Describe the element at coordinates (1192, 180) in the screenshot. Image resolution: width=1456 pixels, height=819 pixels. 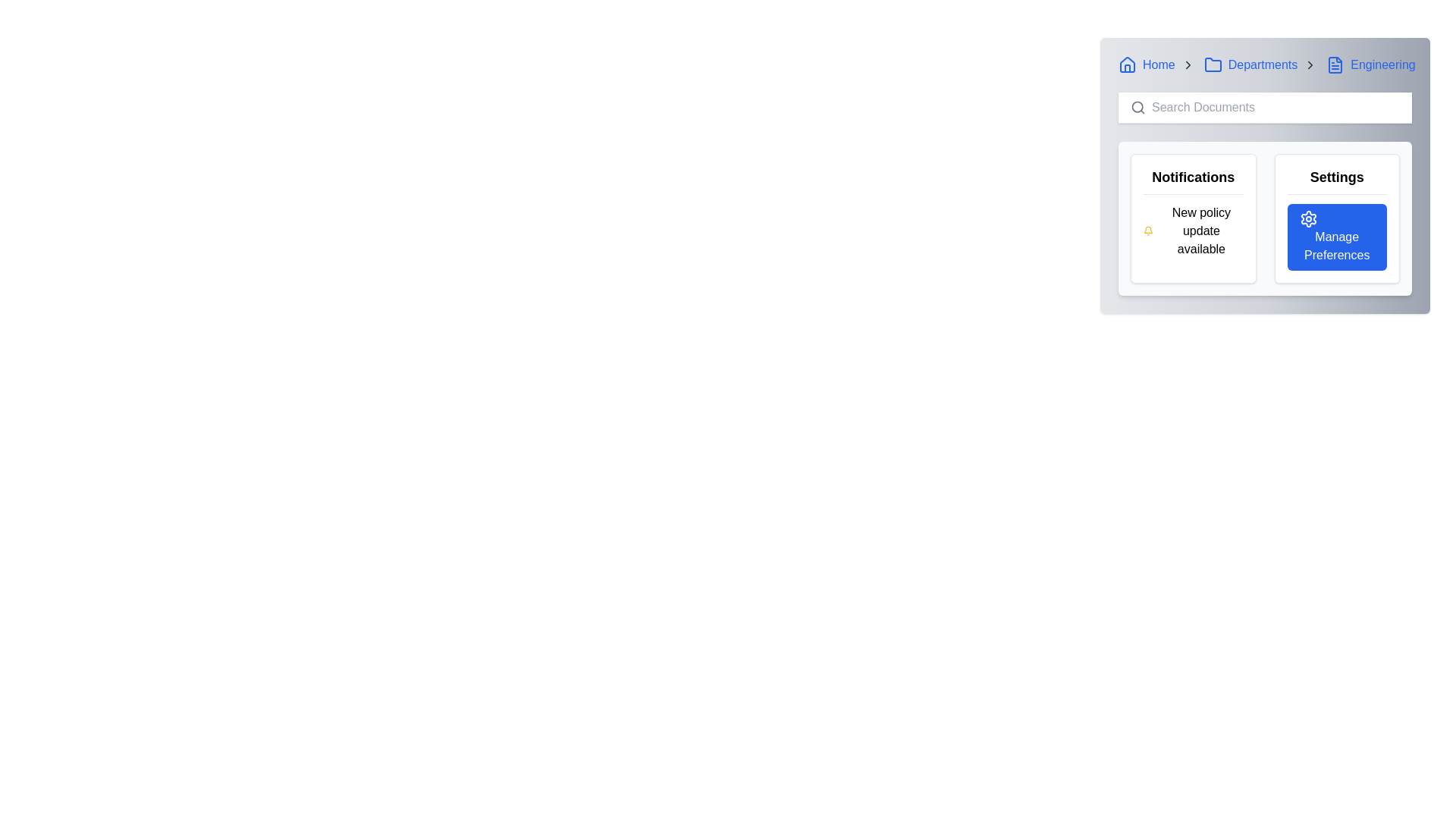
I see `the Text header that indicates the purpose of the notifications section, which is located above the 'New policy update available' text` at that location.